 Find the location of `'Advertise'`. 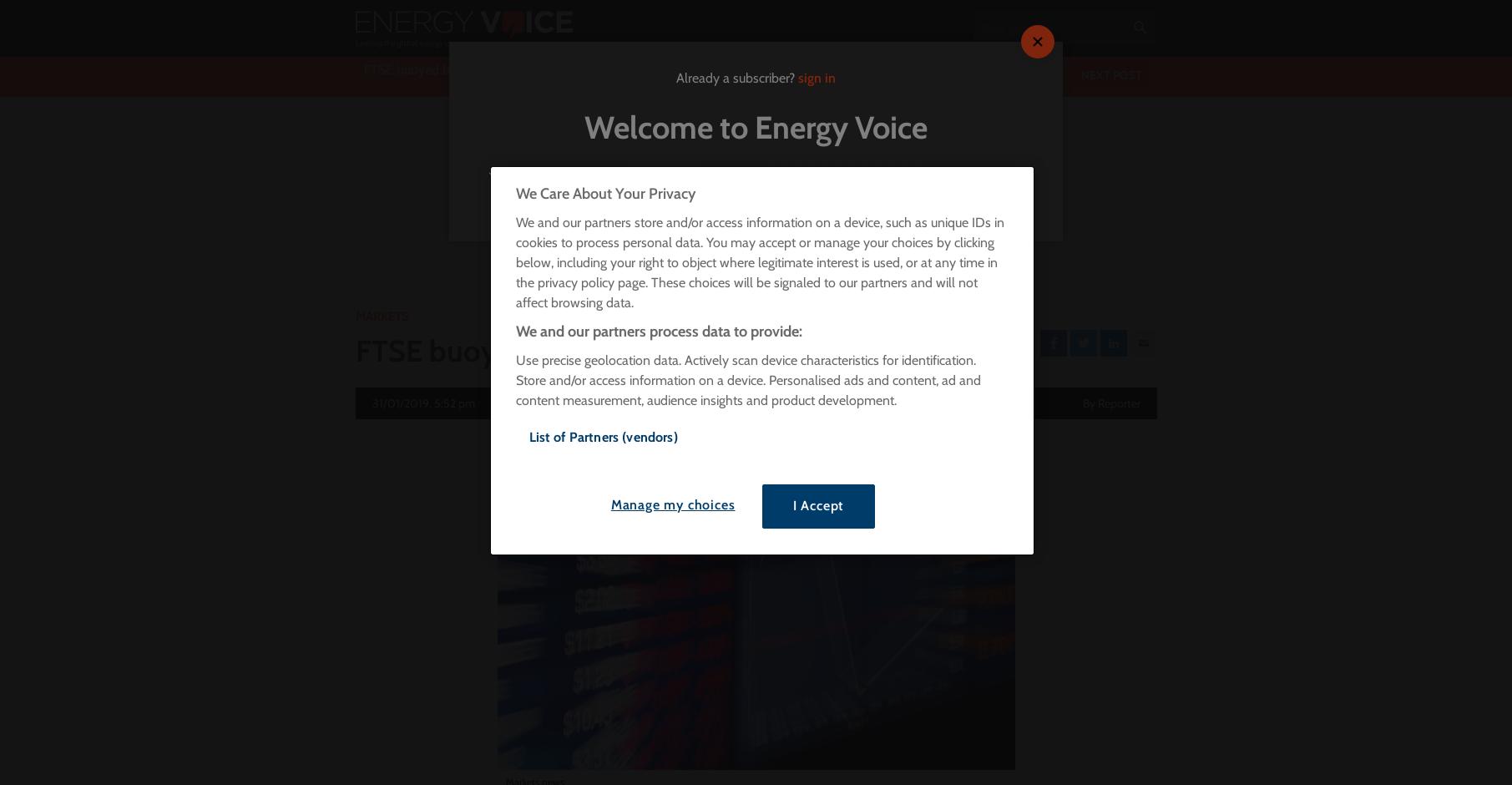

'Advertise' is located at coordinates (443, 12).